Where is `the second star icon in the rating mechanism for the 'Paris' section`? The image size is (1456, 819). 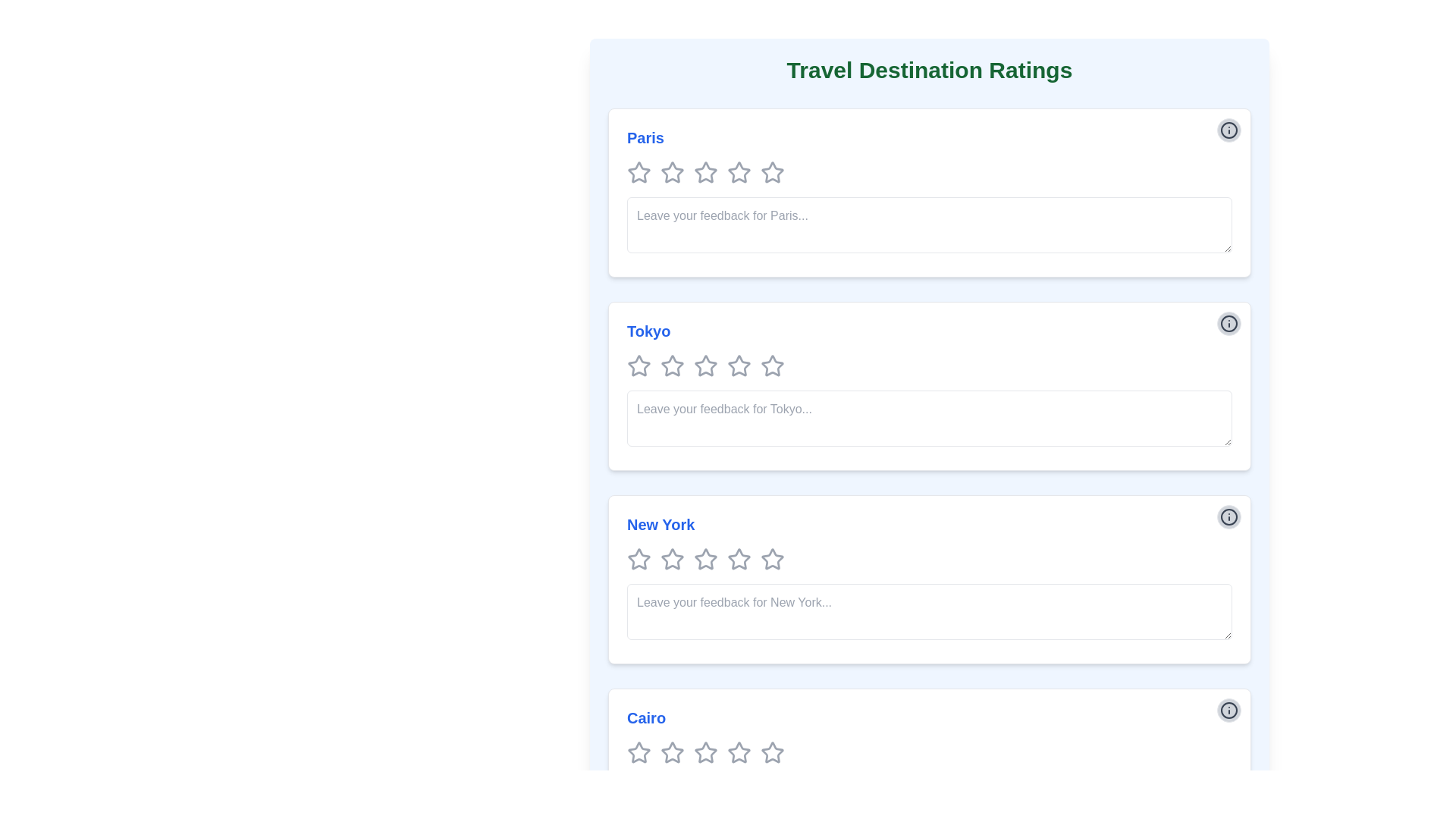 the second star icon in the rating mechanism for the 'Paris' section is located at coordinates (672, 171).